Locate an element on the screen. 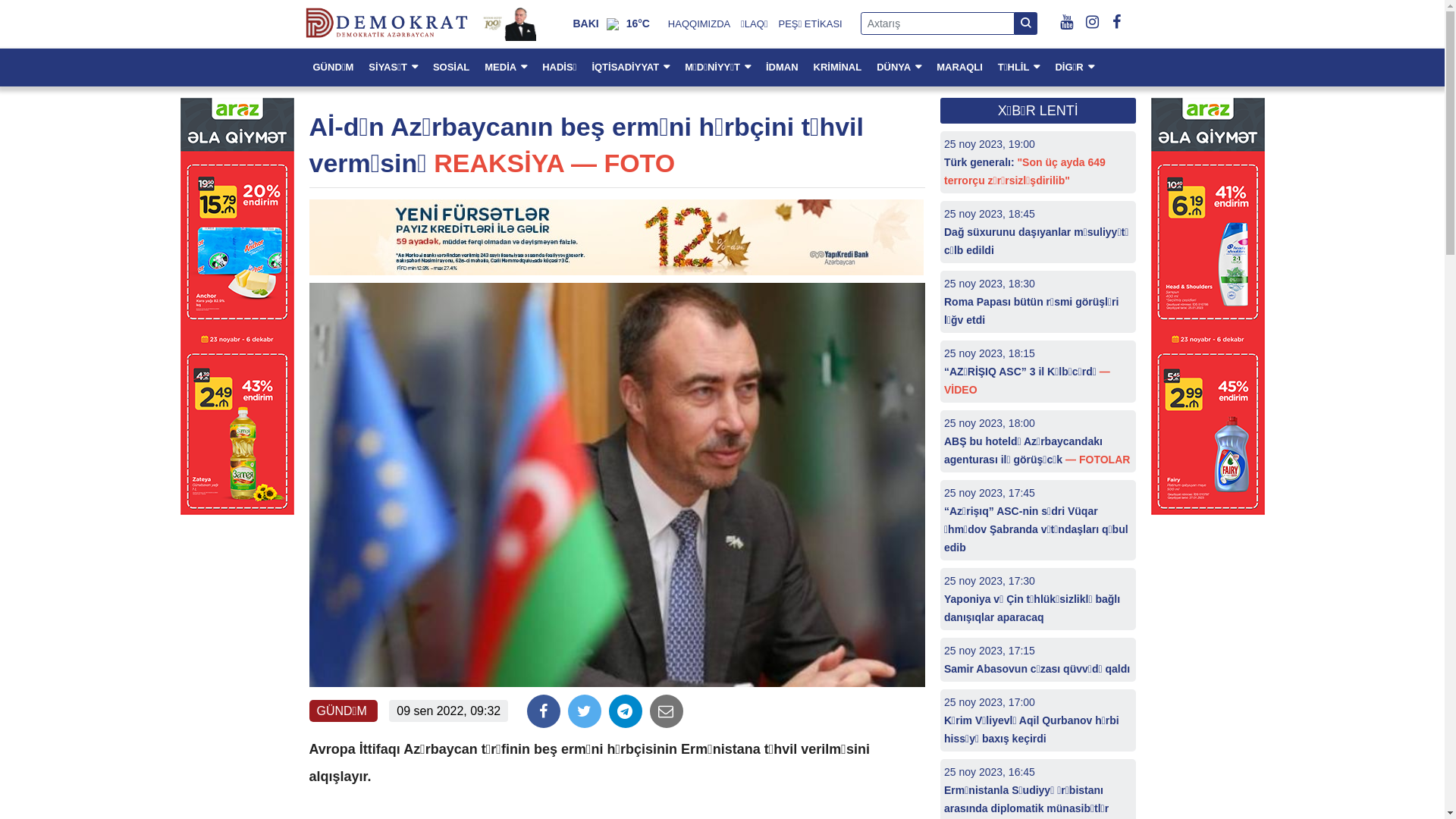 Image resolution: width=1456 pixels, height=819 pixels. 'HAQQIMIZDA' is located at coordinates (667, 24).